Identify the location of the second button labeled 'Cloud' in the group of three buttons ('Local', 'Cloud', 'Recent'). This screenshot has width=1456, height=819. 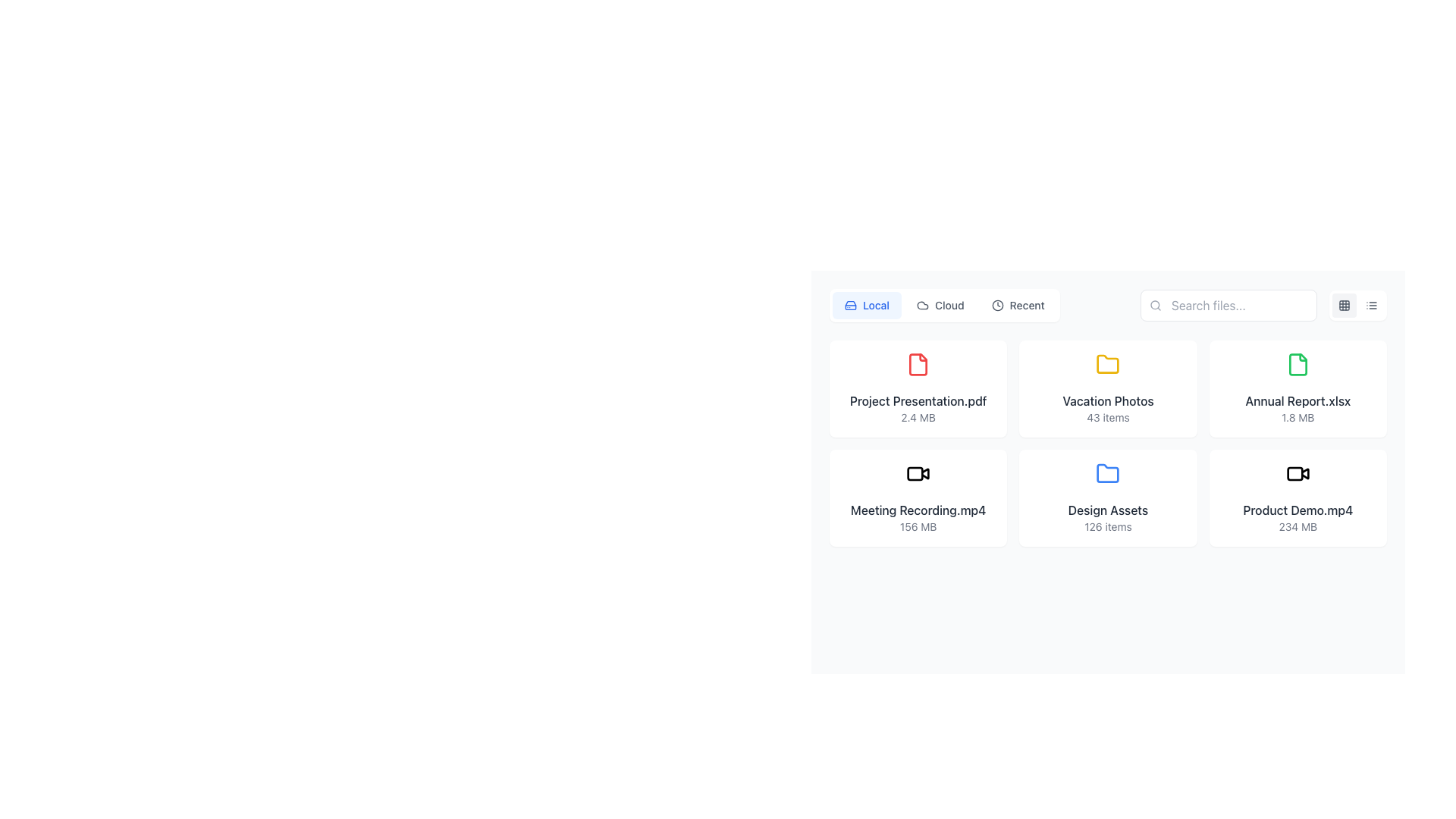
(940, 305).